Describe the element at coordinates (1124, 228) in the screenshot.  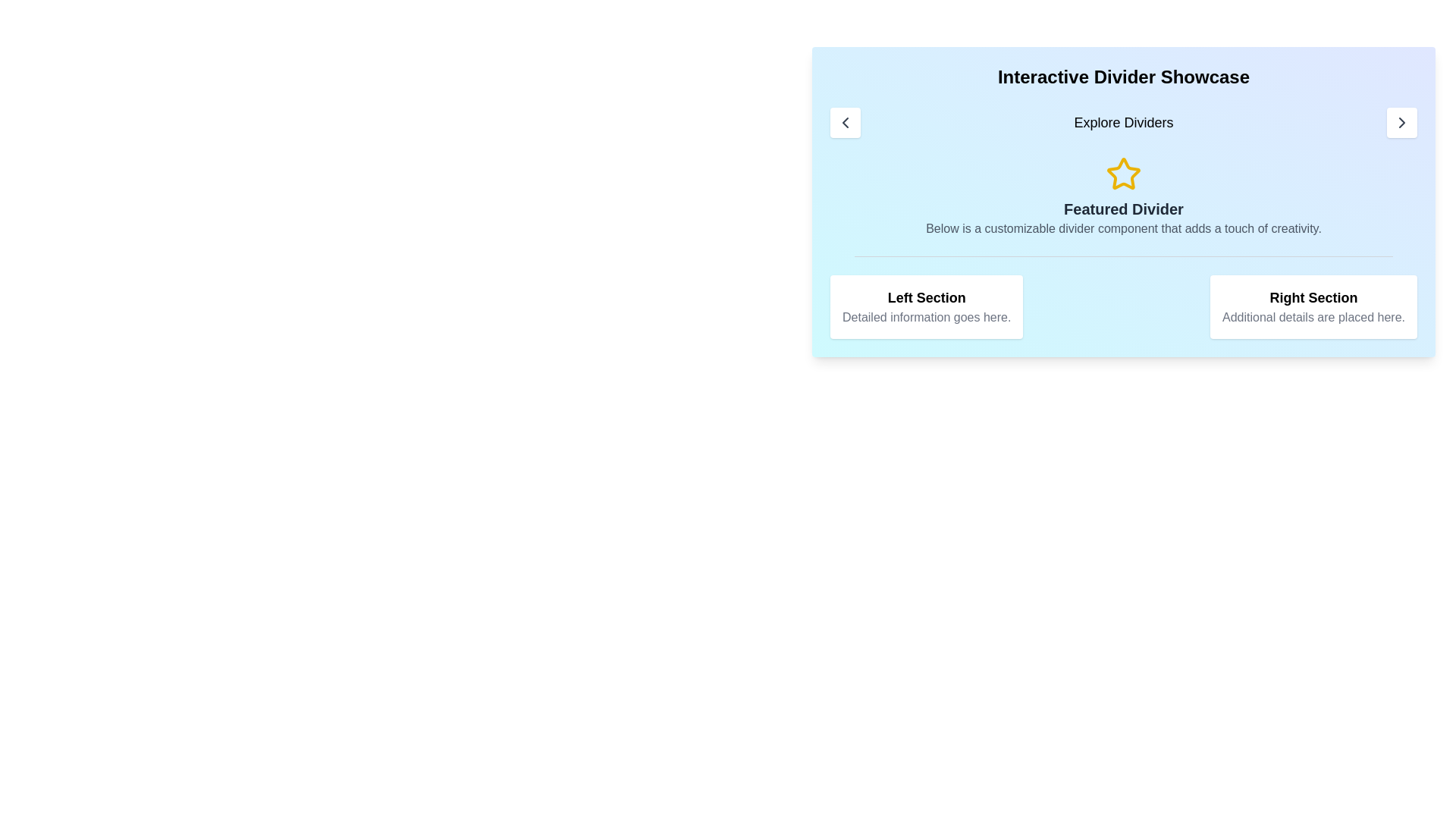
I see `the descriptive gray text that reads 'Below is a customizable divider component that adds a touch of creativity.' It is positioned below the heading 'Featured Divider' and above a horizontal divider` at that location.